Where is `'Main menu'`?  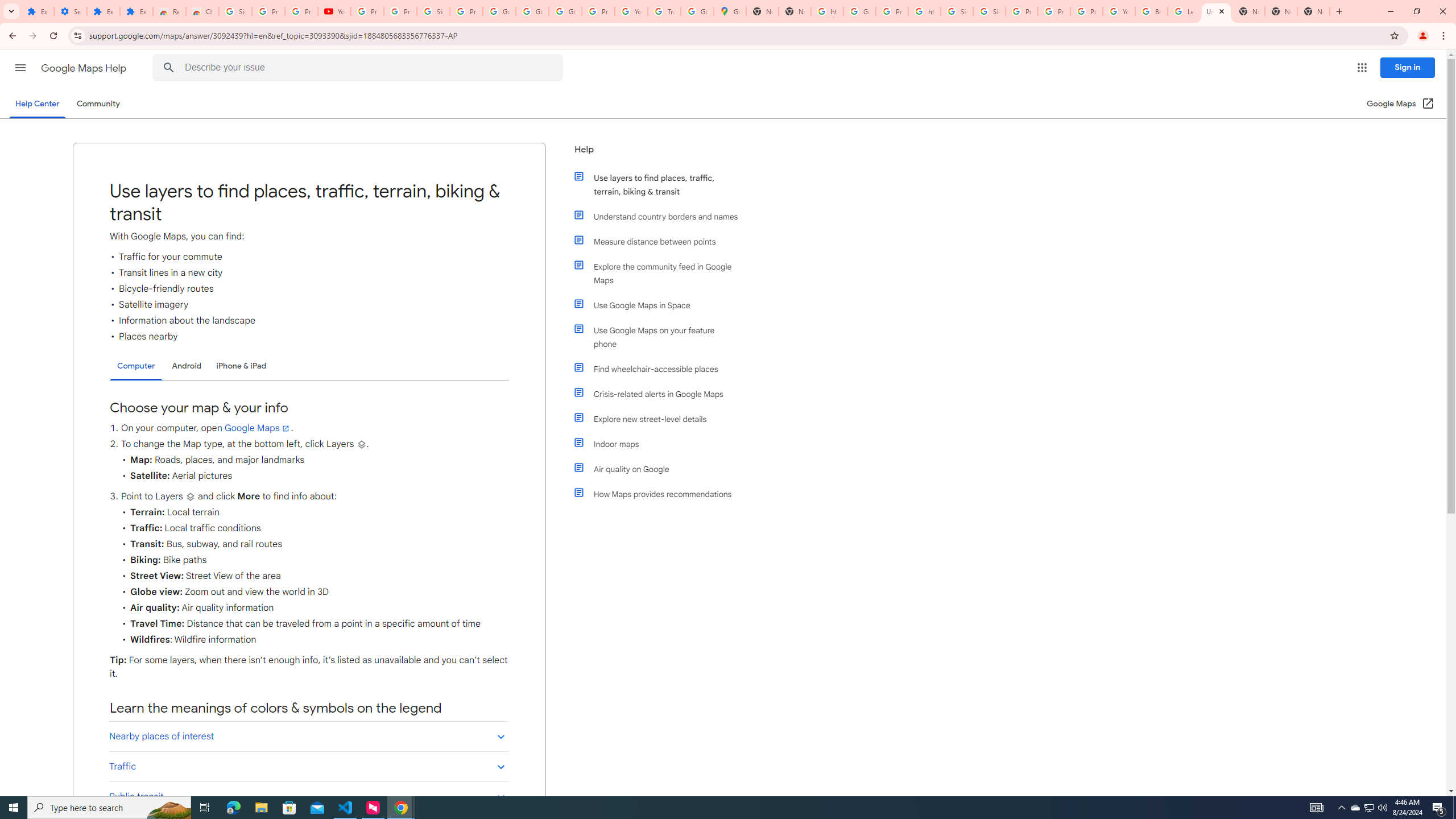
'Main menu' is located at coordinates (19, 67).